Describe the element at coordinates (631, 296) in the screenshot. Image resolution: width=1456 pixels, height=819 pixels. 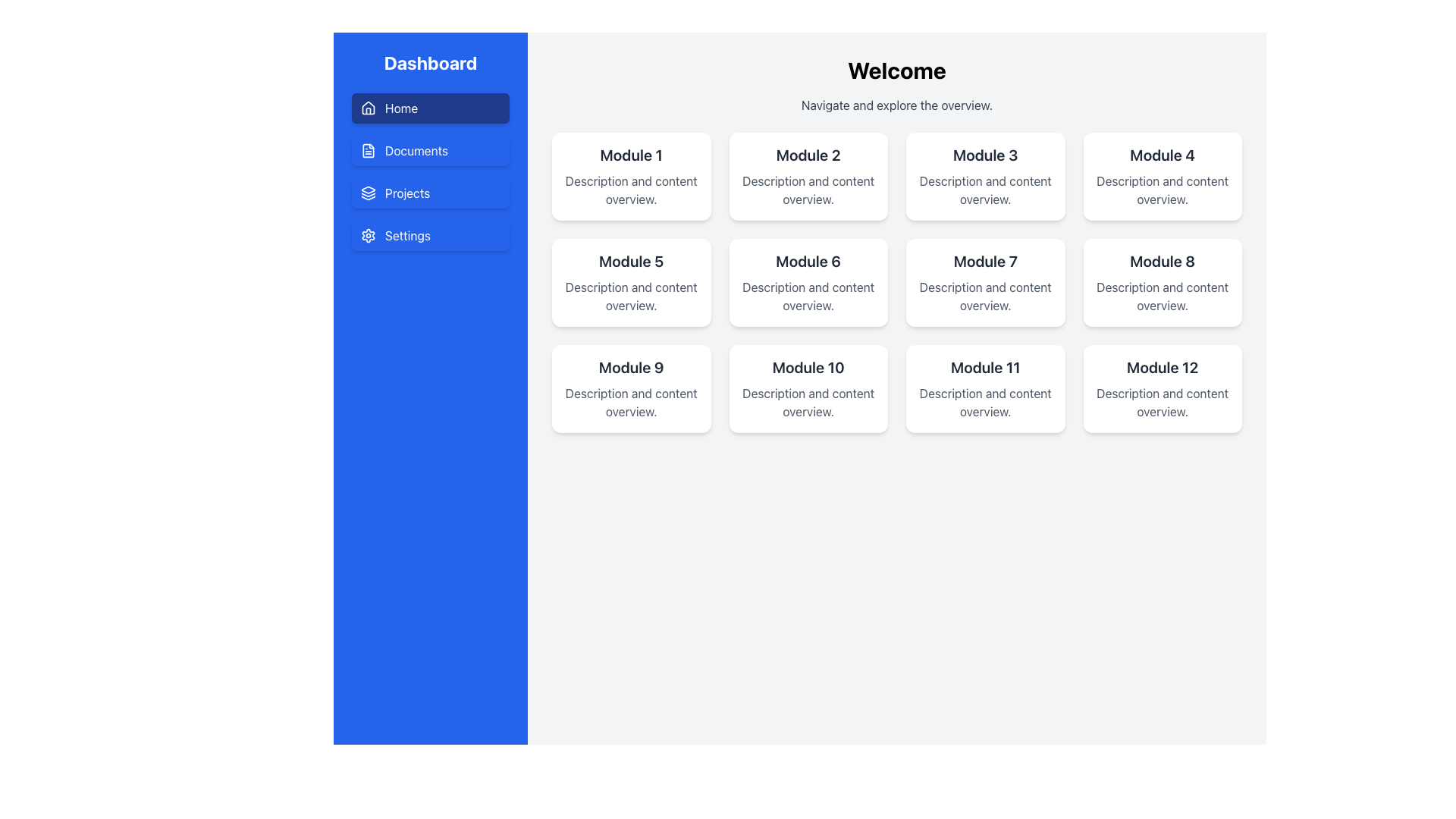
I see `static text displaying 'Description and content overview.' located inside the fifth card labeled 'Module 5' in the grid layout` at that location.